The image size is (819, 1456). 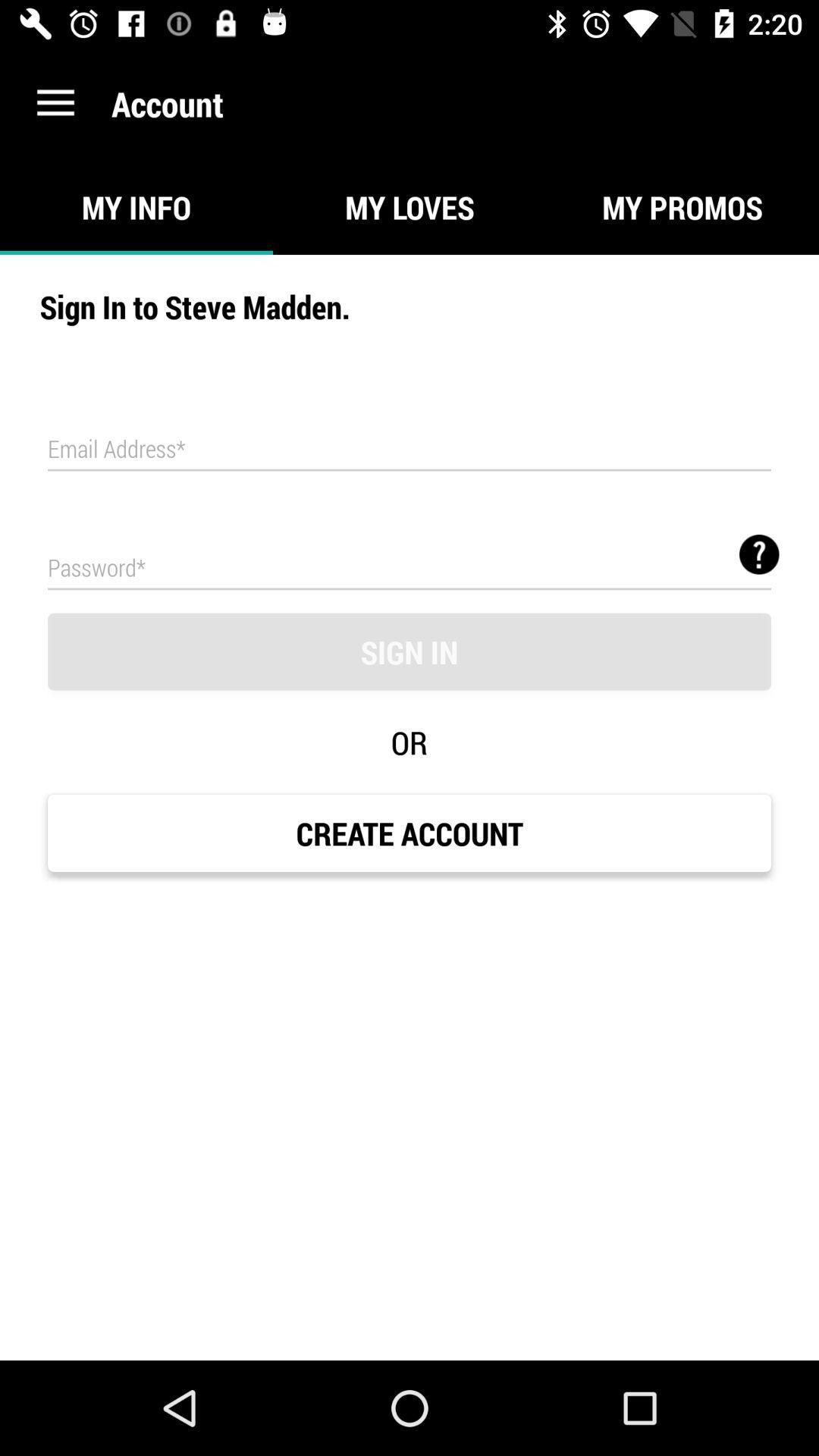 I want to click on the item to the left of the account, so click(x=55, y=102).